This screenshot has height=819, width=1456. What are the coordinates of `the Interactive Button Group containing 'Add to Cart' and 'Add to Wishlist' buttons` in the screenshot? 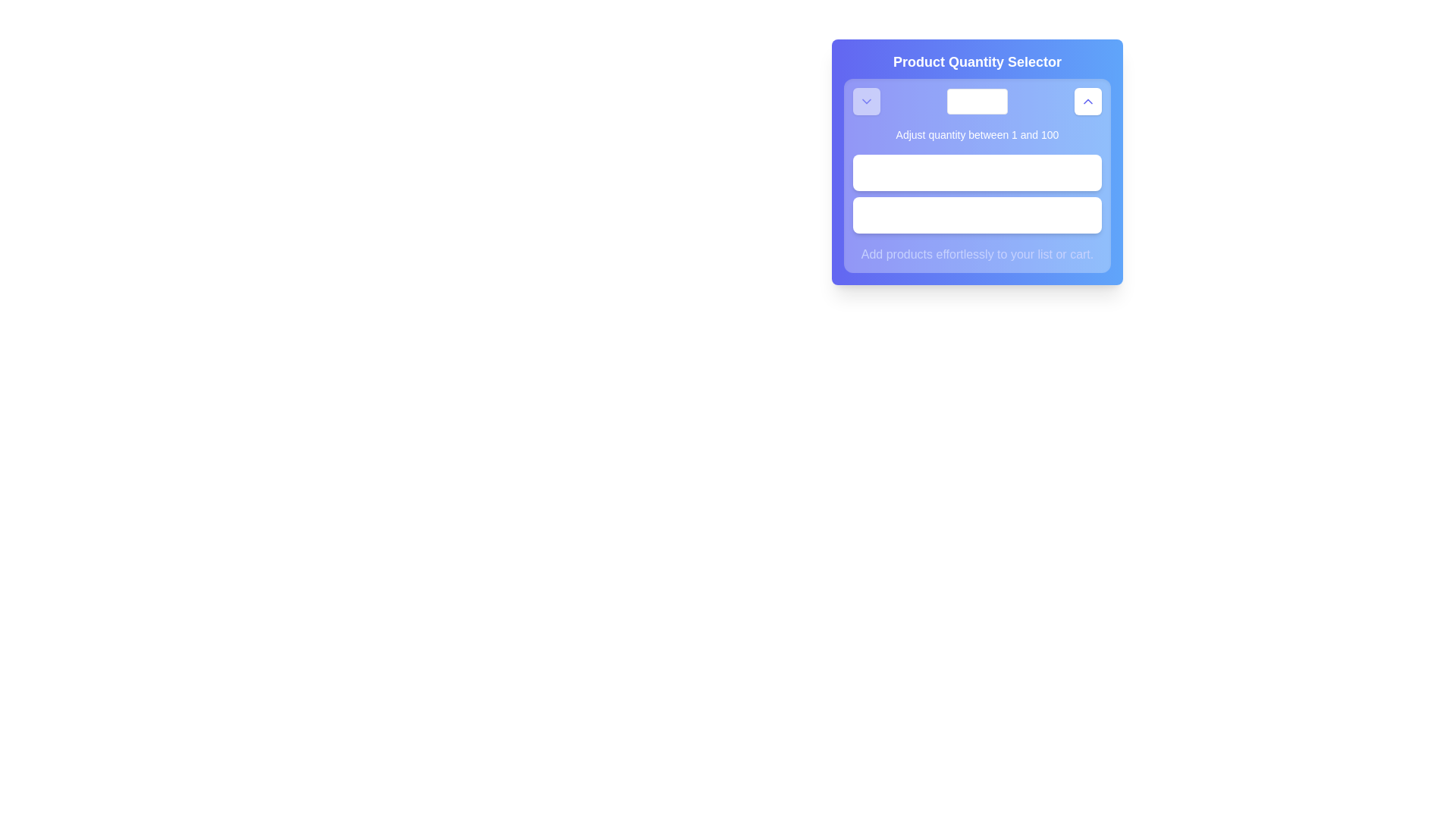 It's located at (977, 193).